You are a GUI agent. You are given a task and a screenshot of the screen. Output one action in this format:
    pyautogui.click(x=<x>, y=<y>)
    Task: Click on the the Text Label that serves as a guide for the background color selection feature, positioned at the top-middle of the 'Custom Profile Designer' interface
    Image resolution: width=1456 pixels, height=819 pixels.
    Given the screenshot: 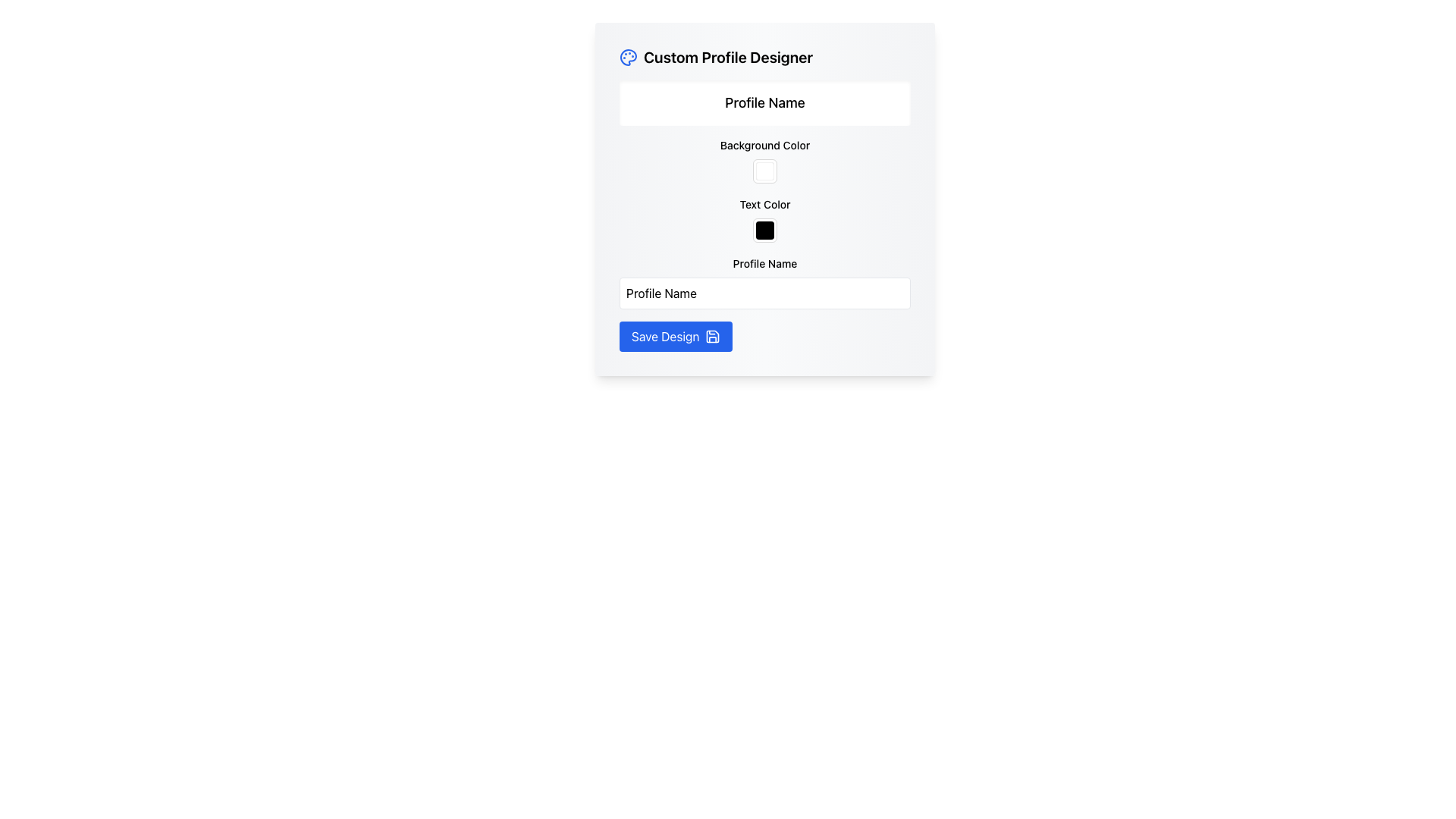 What is the action you would take?
    pyautogui.click(x=764, y=146)
    